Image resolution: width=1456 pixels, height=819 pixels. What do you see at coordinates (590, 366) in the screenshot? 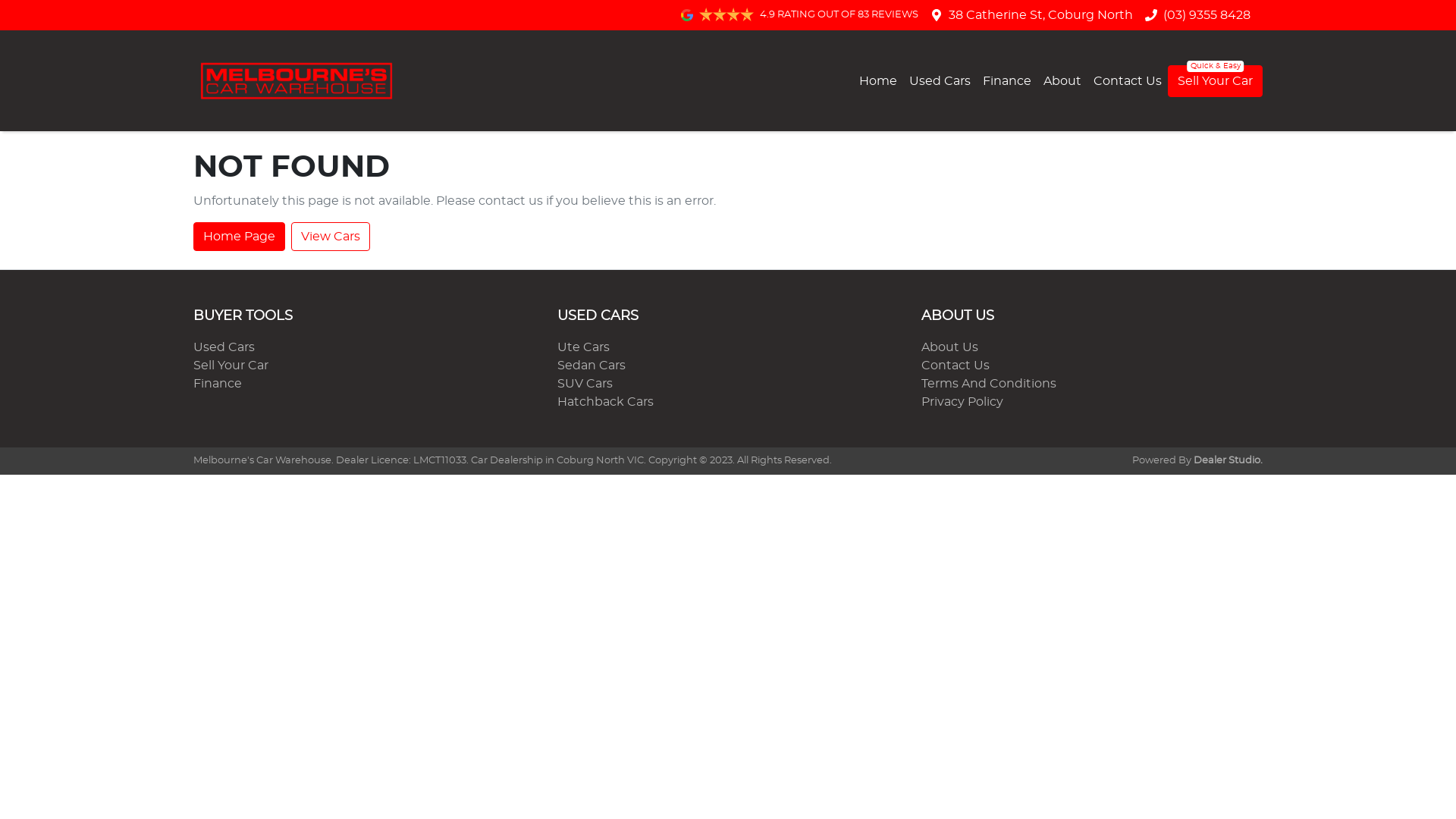
I see `'Sedan Cars'` at bounding box center [590, 366].